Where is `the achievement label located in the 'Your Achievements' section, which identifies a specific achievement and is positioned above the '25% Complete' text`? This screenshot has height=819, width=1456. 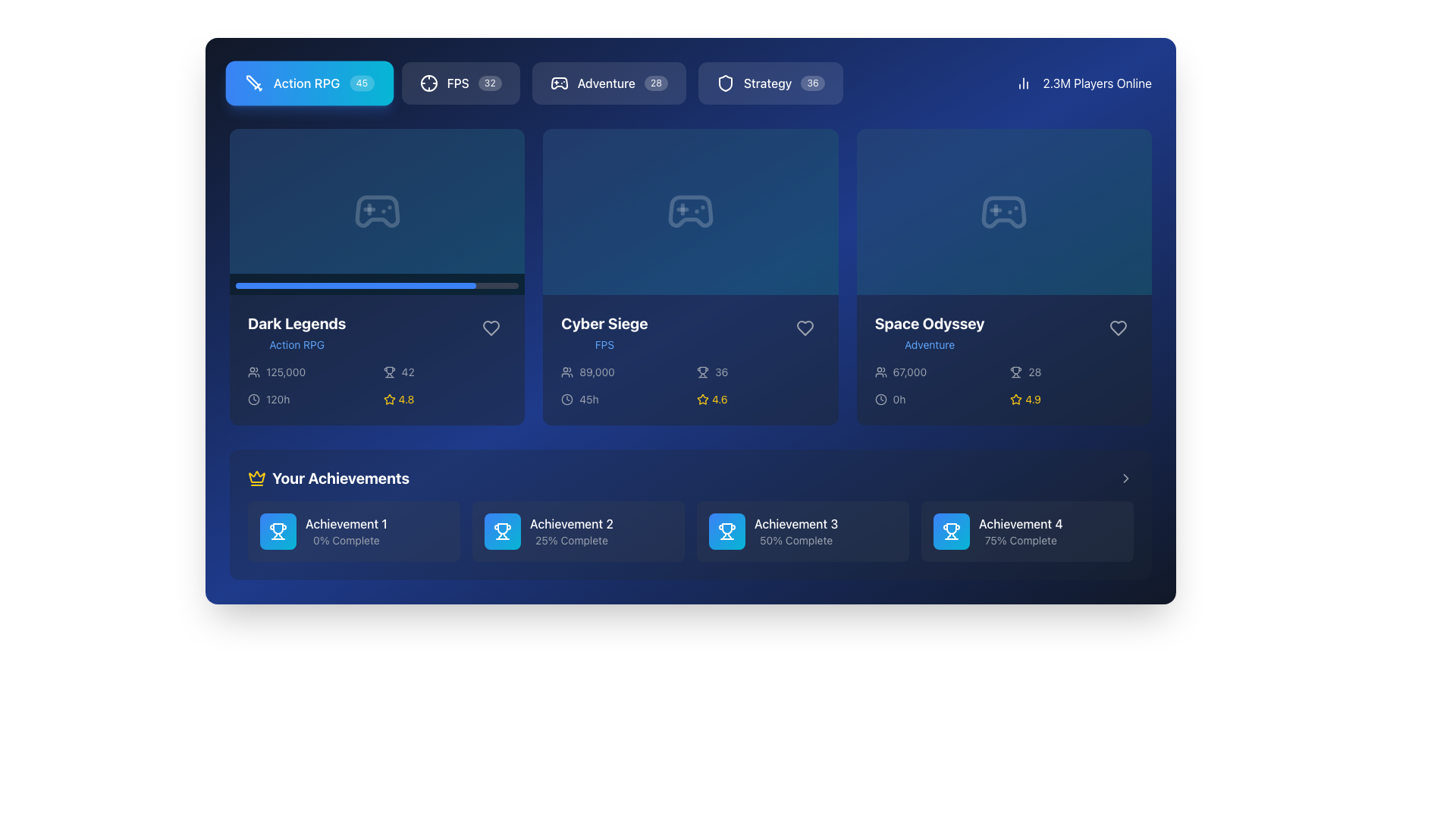 the achievement label located in the 'Your Achievements' section, which identifies a specific achievement and is positioned above the '25% Complete' text is located at coordinates (570, 522).